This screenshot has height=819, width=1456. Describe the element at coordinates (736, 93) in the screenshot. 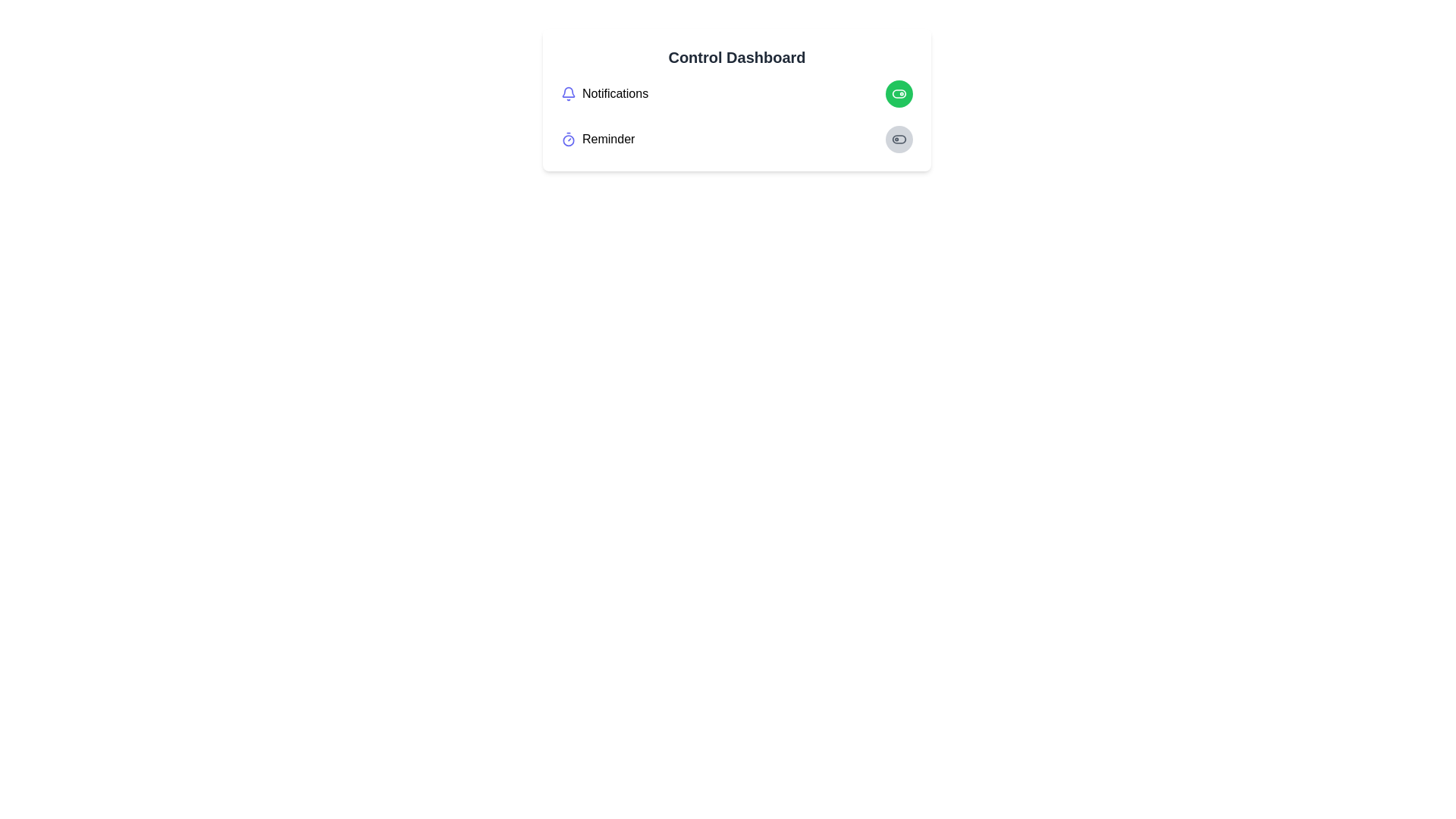

I see `the green toggle button in the Notifications row to change its state` at that location.